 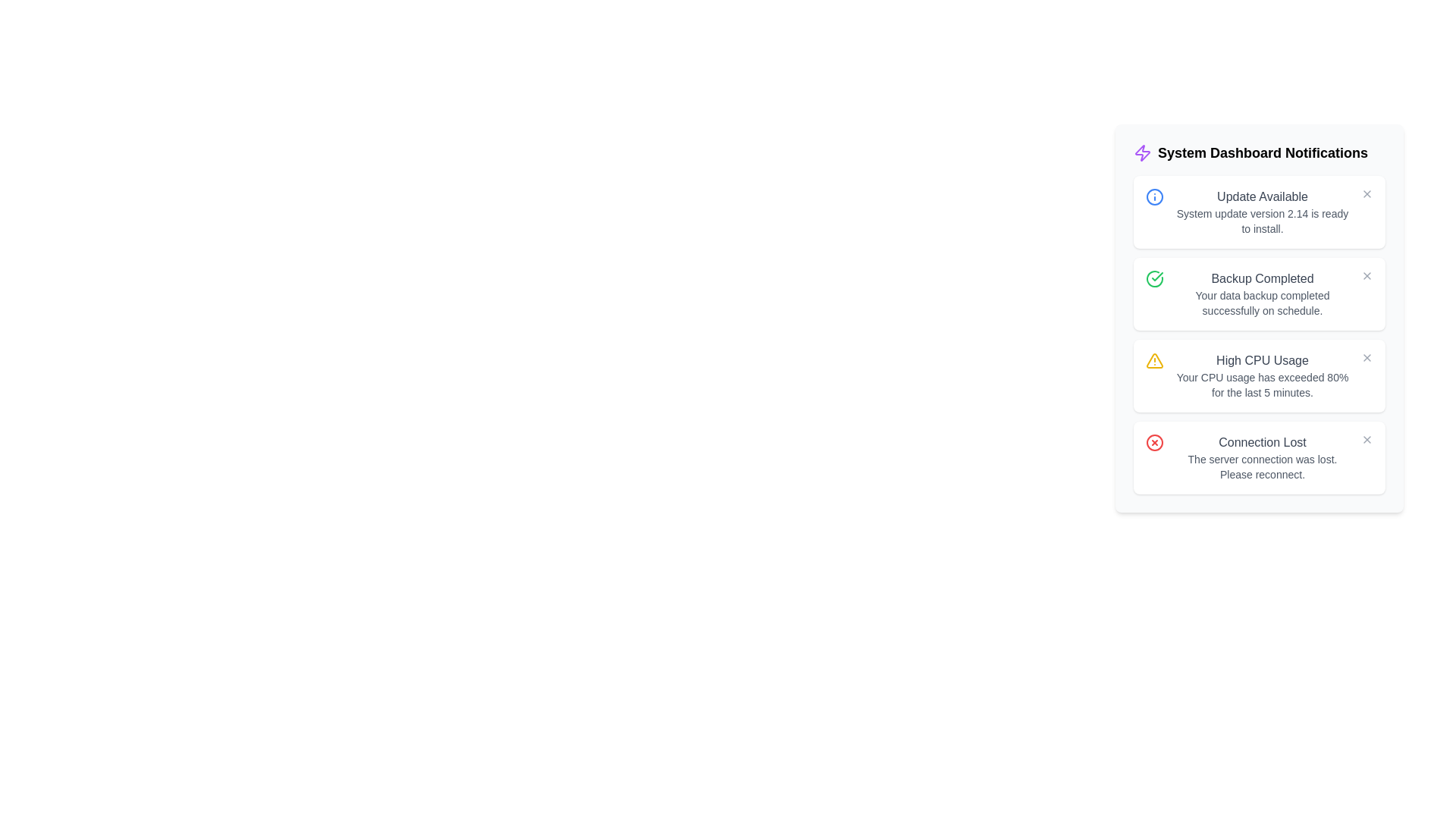 What do you see at coordinates (1263, 212) in the screenshot?
I see `text block displaying 'Update Available' with the subtext 'System update version 2.14 is ready to install.' located in the first notification card on the right-hand side of the interface` at bounding box center [1263, 212].